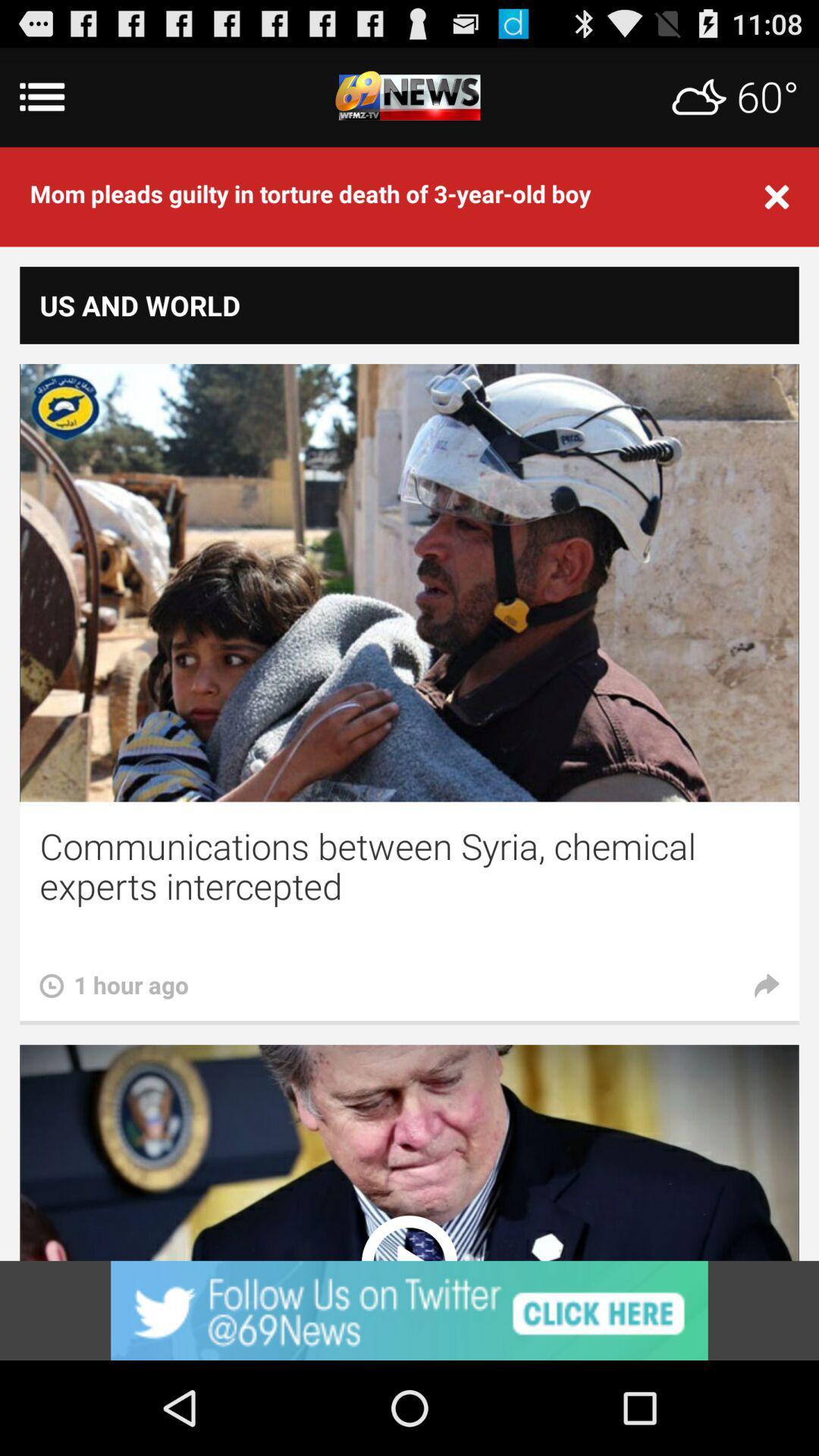  What do you see at coordinates (409, 1310) in the screenshot?
I see `advertisement` at bounding box center [409, 1310].